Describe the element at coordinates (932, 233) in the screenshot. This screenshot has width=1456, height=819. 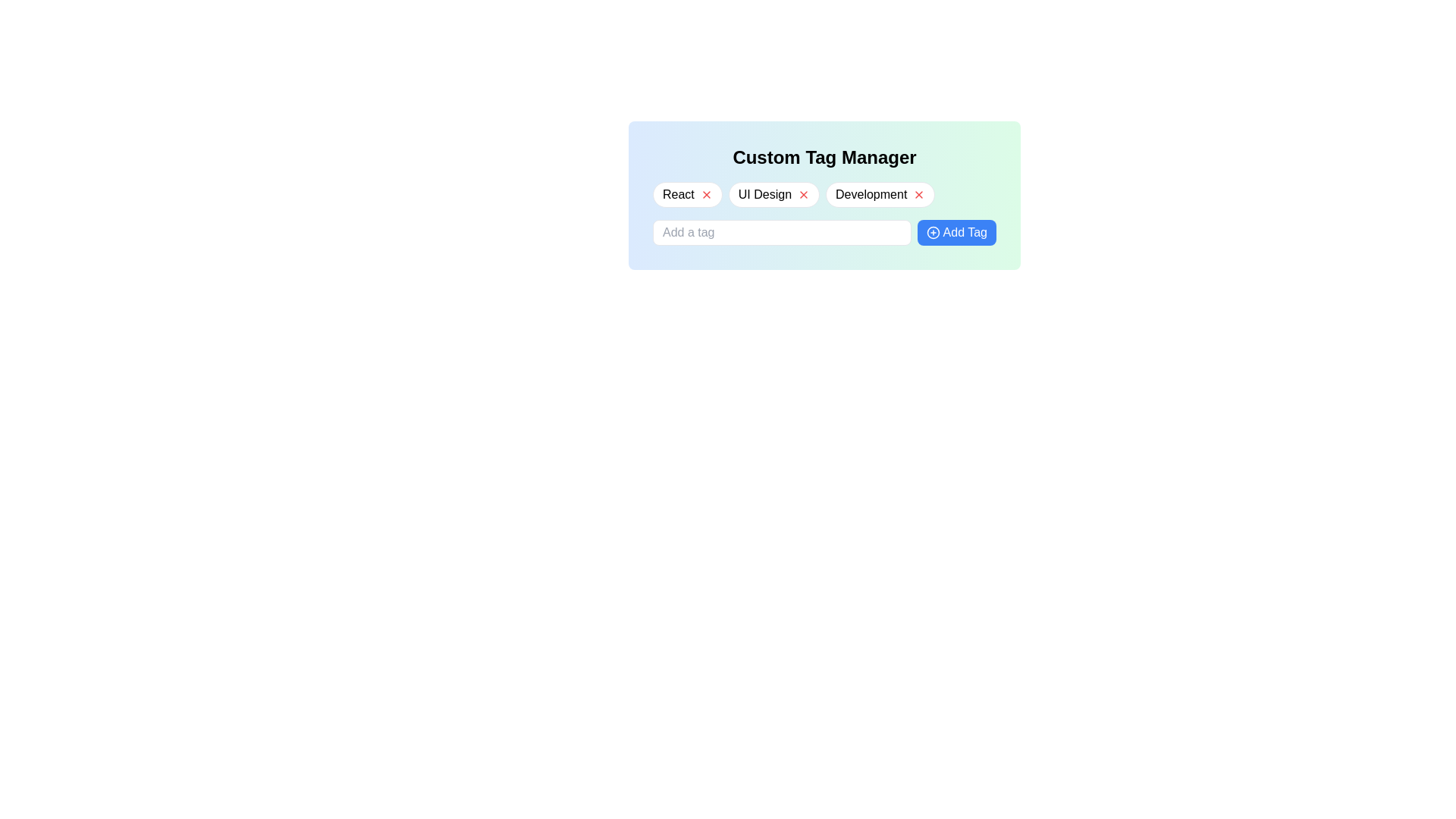
I see `the circular icon with a plus symbol located to the left of the 'Add Tag' button at the bottom right of the card` at that location.